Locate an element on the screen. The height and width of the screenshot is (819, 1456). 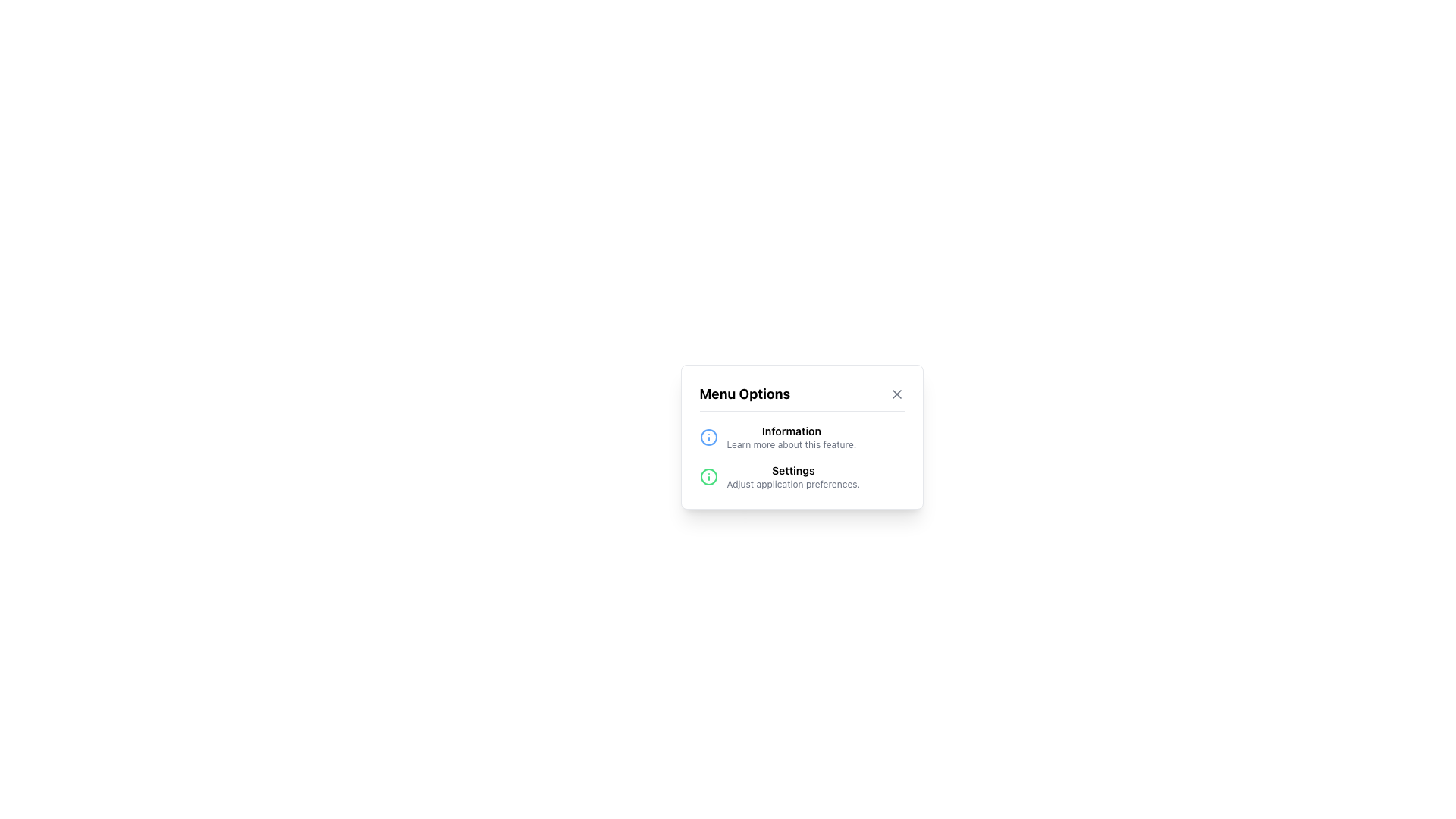
text label titled 'Information' with subtext 'Learn more about this feature.' located beneath the header 'Menu Options' in the card layout is located at coordinates (790, 437).